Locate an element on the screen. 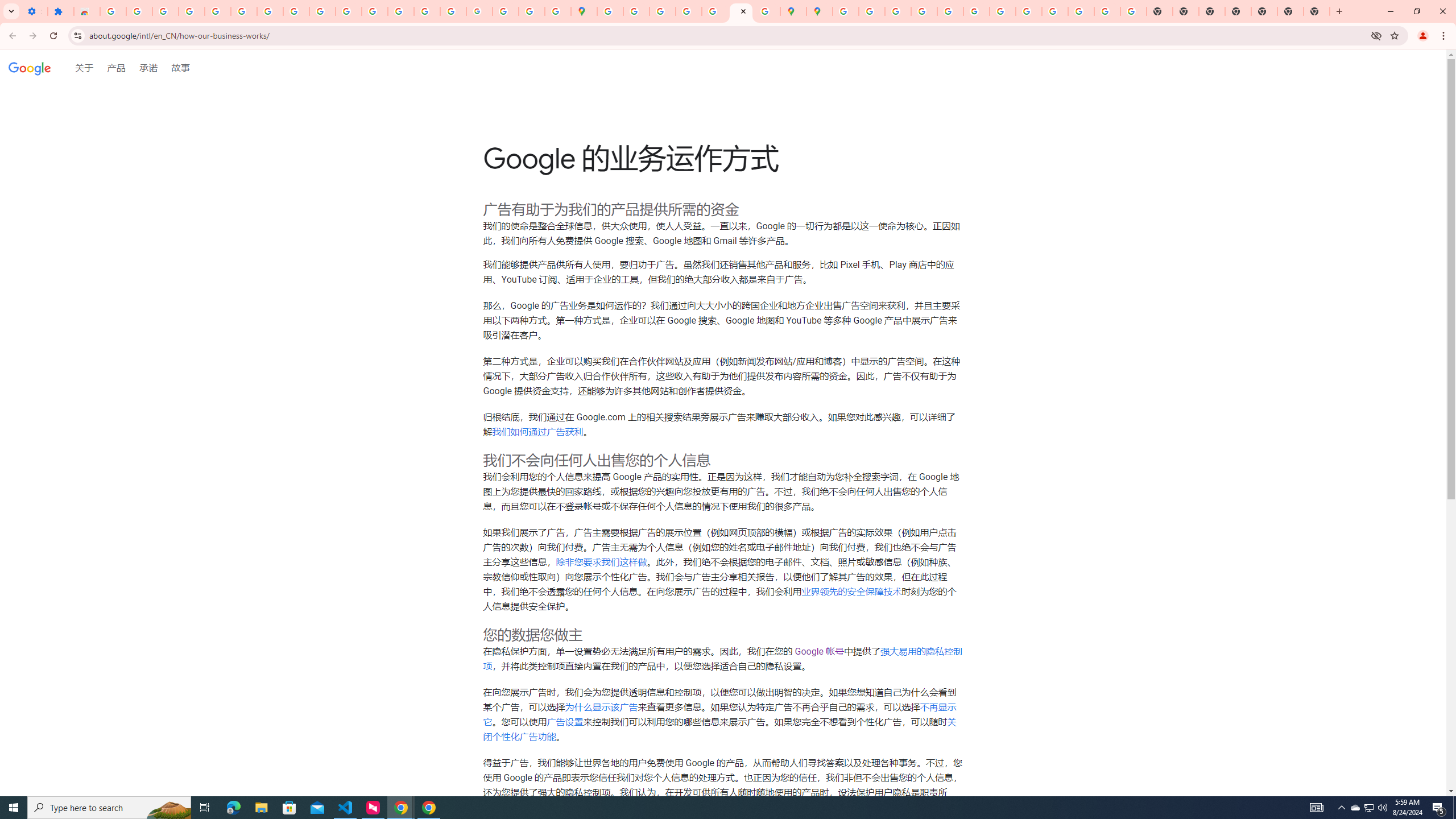 Image resolution: width=1456 pixels, height=819 pixels. 'Reviews: Helix Fruit Jump Arcade Game' is located at coordinates (86, 11).